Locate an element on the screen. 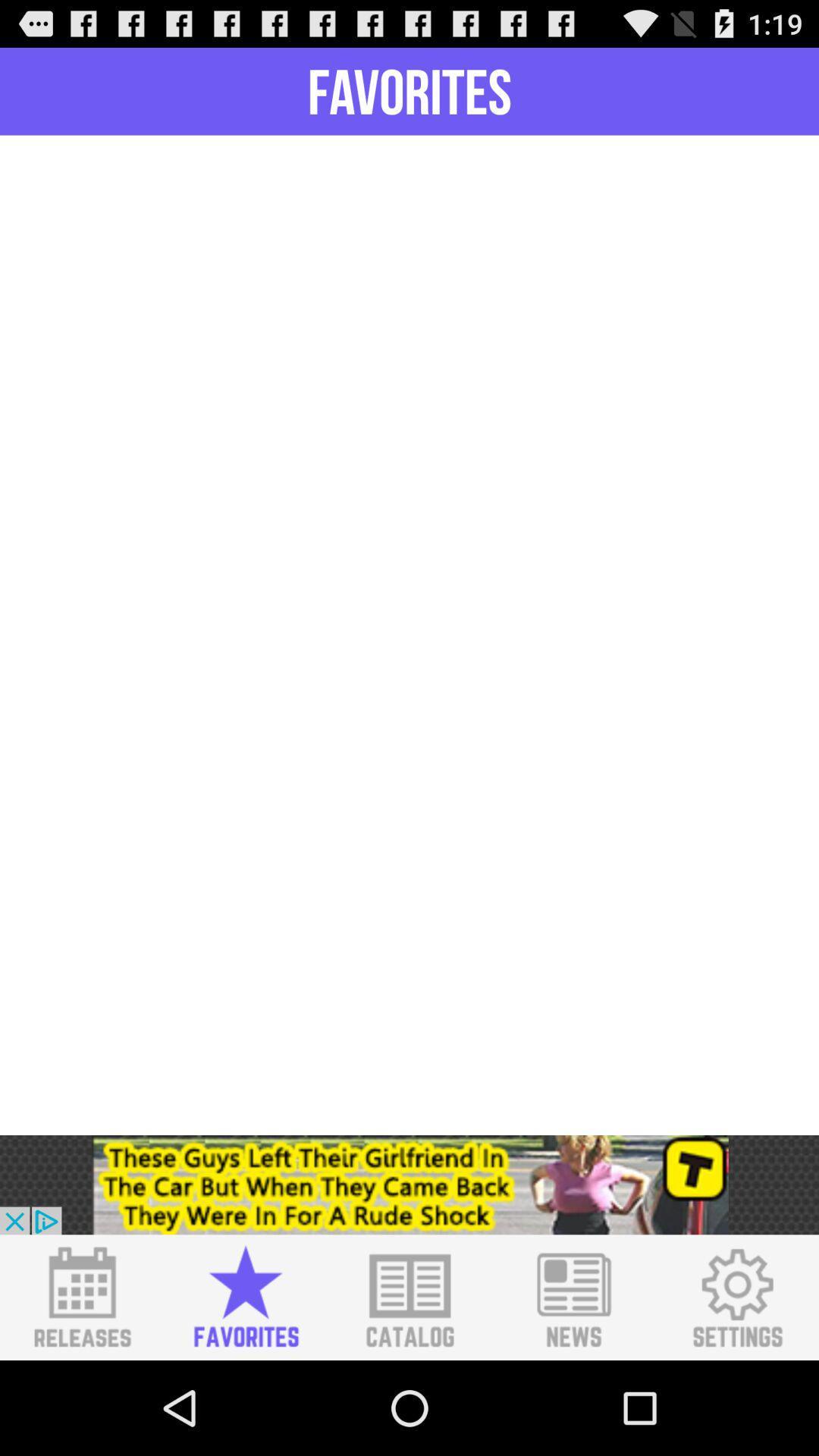  link to advertisement is located at coordinates (409, 1184).